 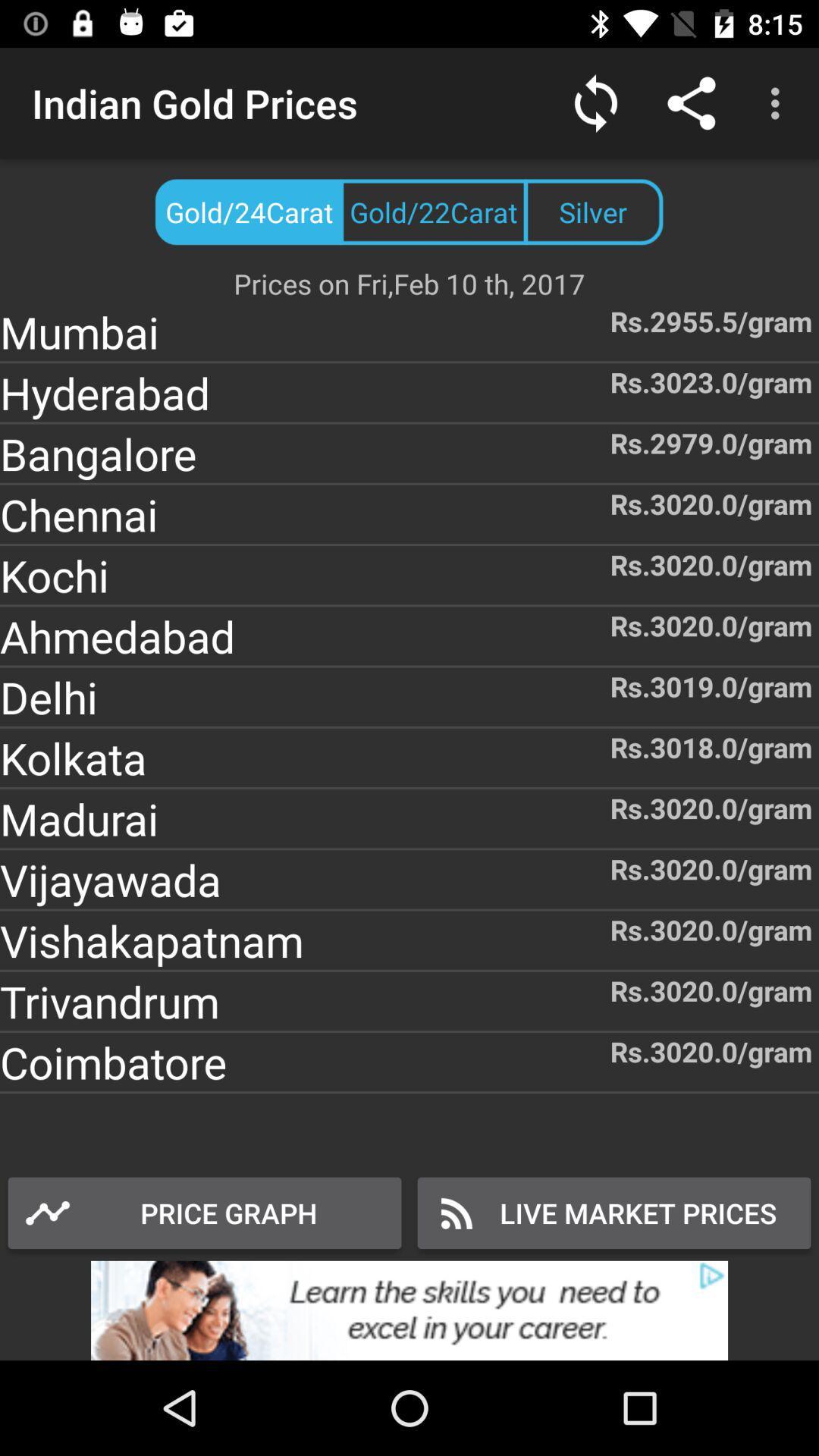 What do you see at coordinates (409, 1310) in the screenshot?
I see `the option` at bounding box center [409, 1310].